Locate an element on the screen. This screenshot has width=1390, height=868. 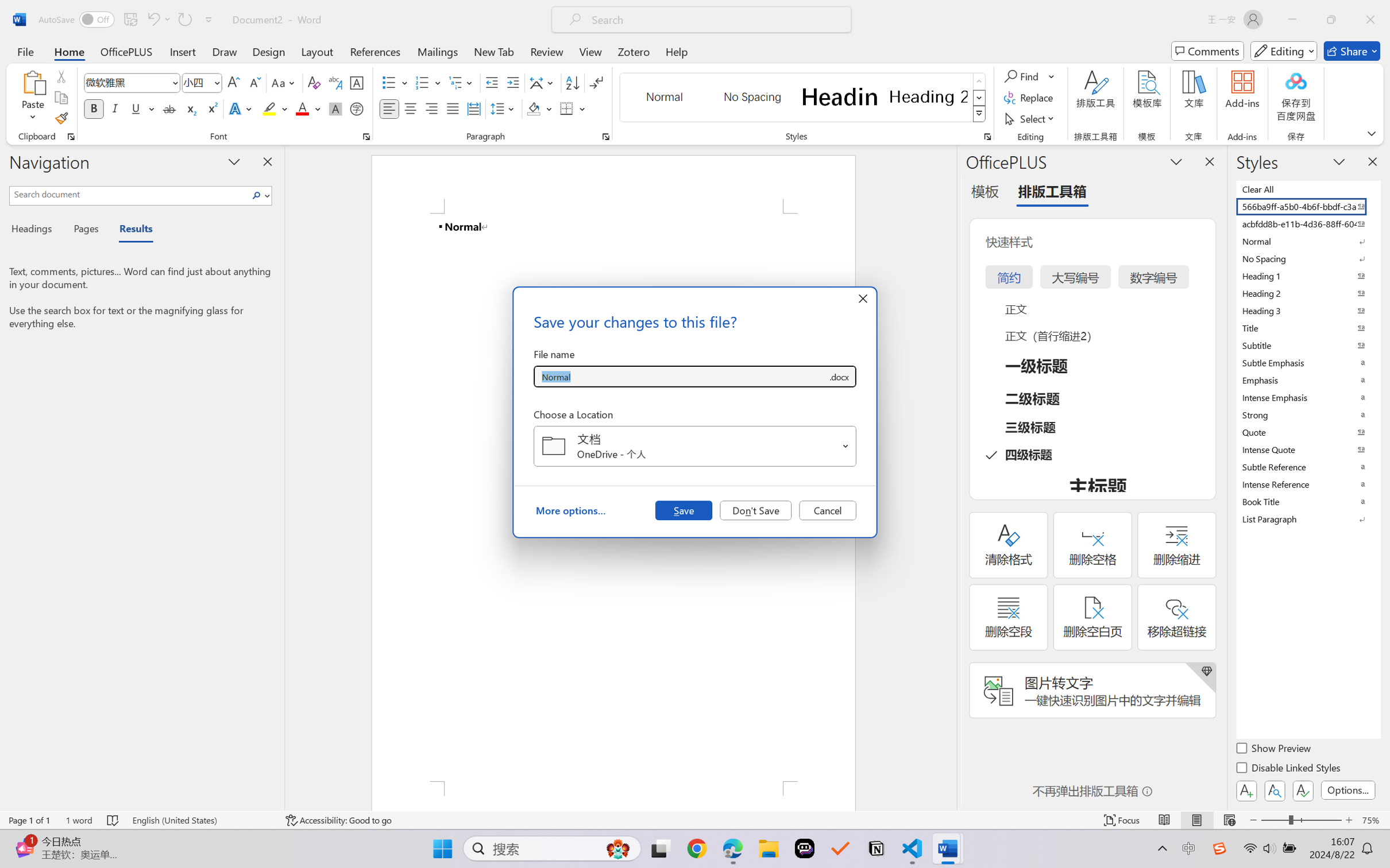
'Zotero' is located at coordinates (633, 51).